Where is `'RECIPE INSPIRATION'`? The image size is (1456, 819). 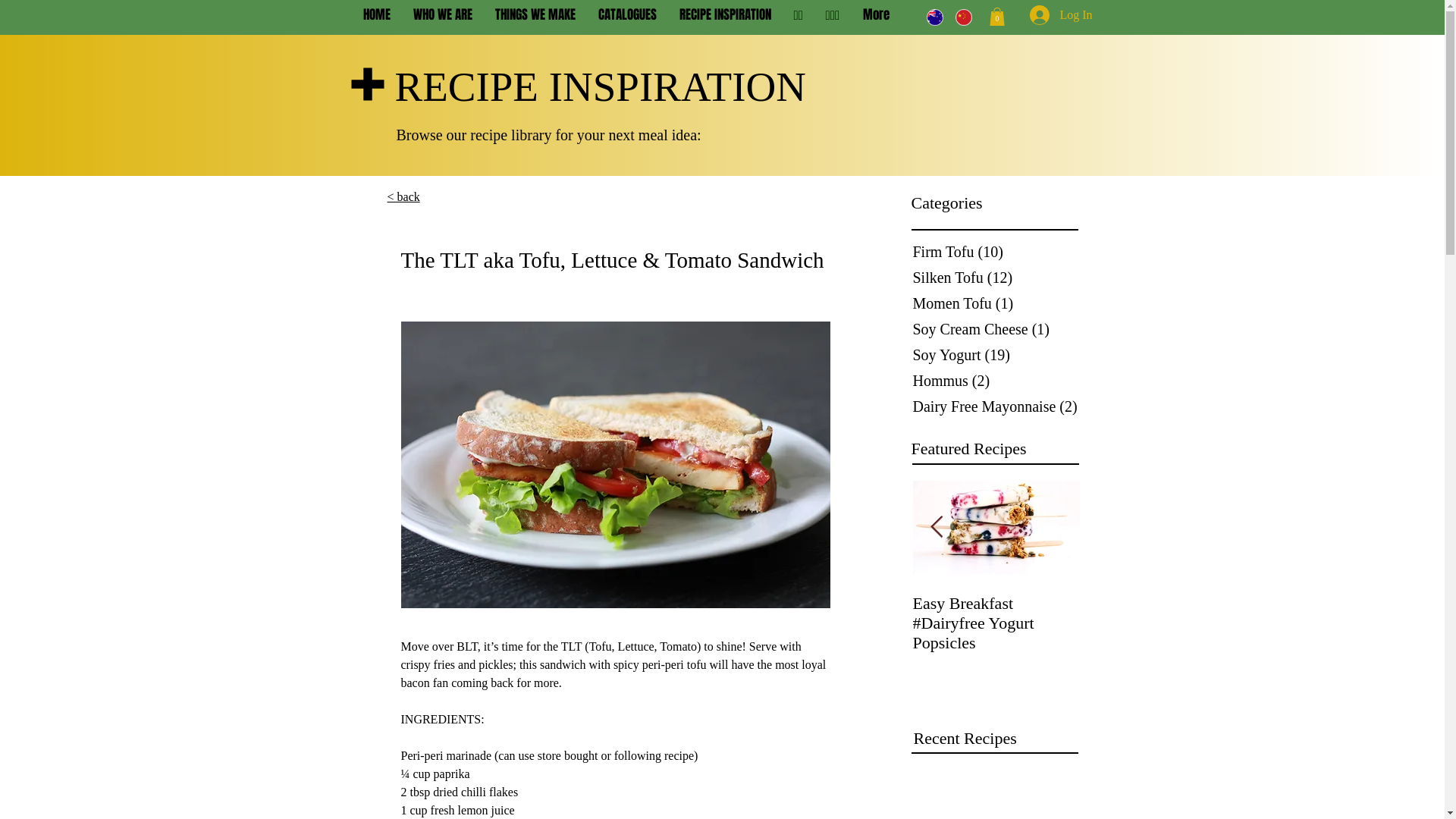 'RECIPE INSPIRATION' is located at coordinates (723, 14).